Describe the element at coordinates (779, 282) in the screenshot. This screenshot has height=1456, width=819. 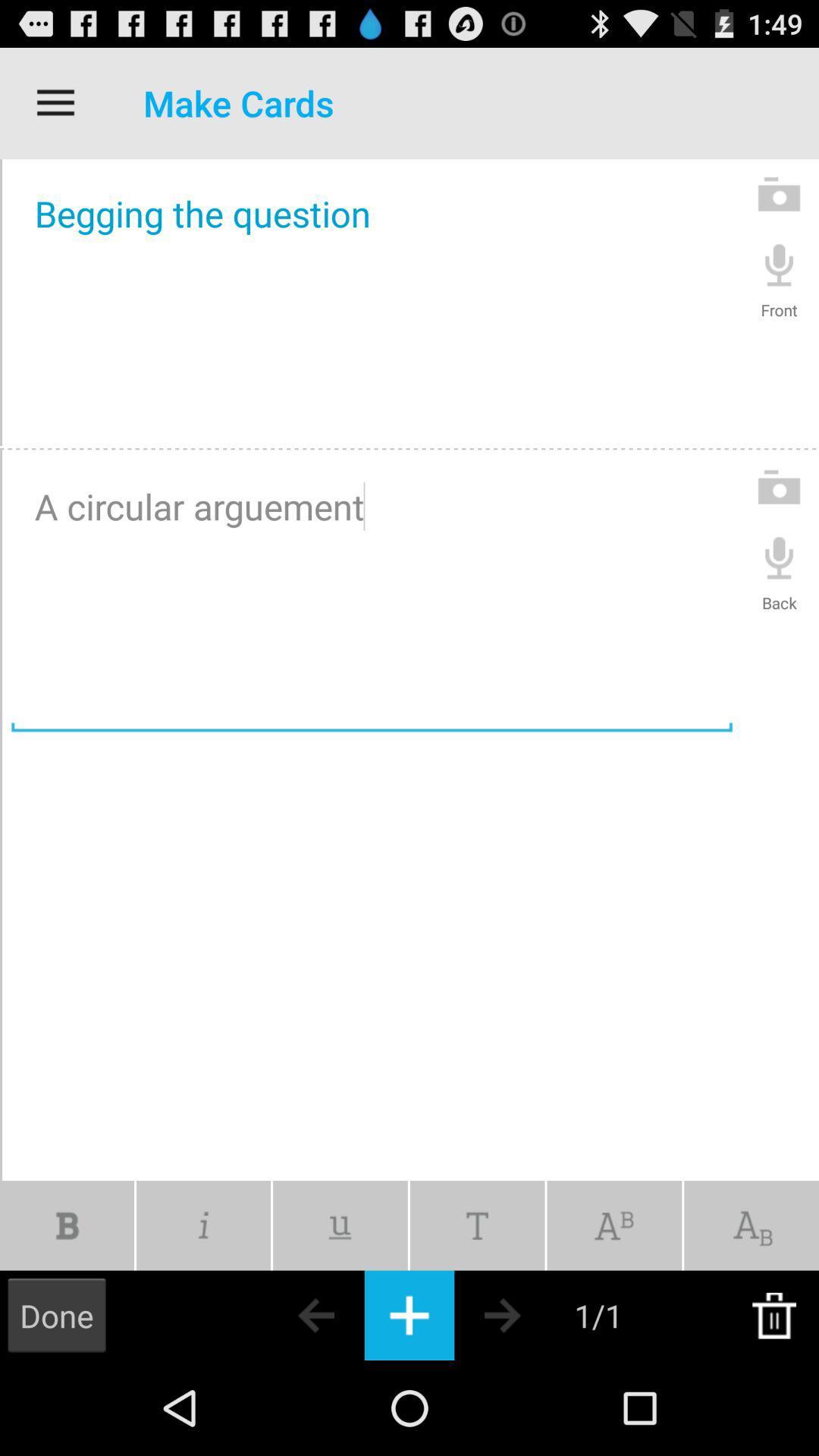
I see `the microphone icon` at that location.